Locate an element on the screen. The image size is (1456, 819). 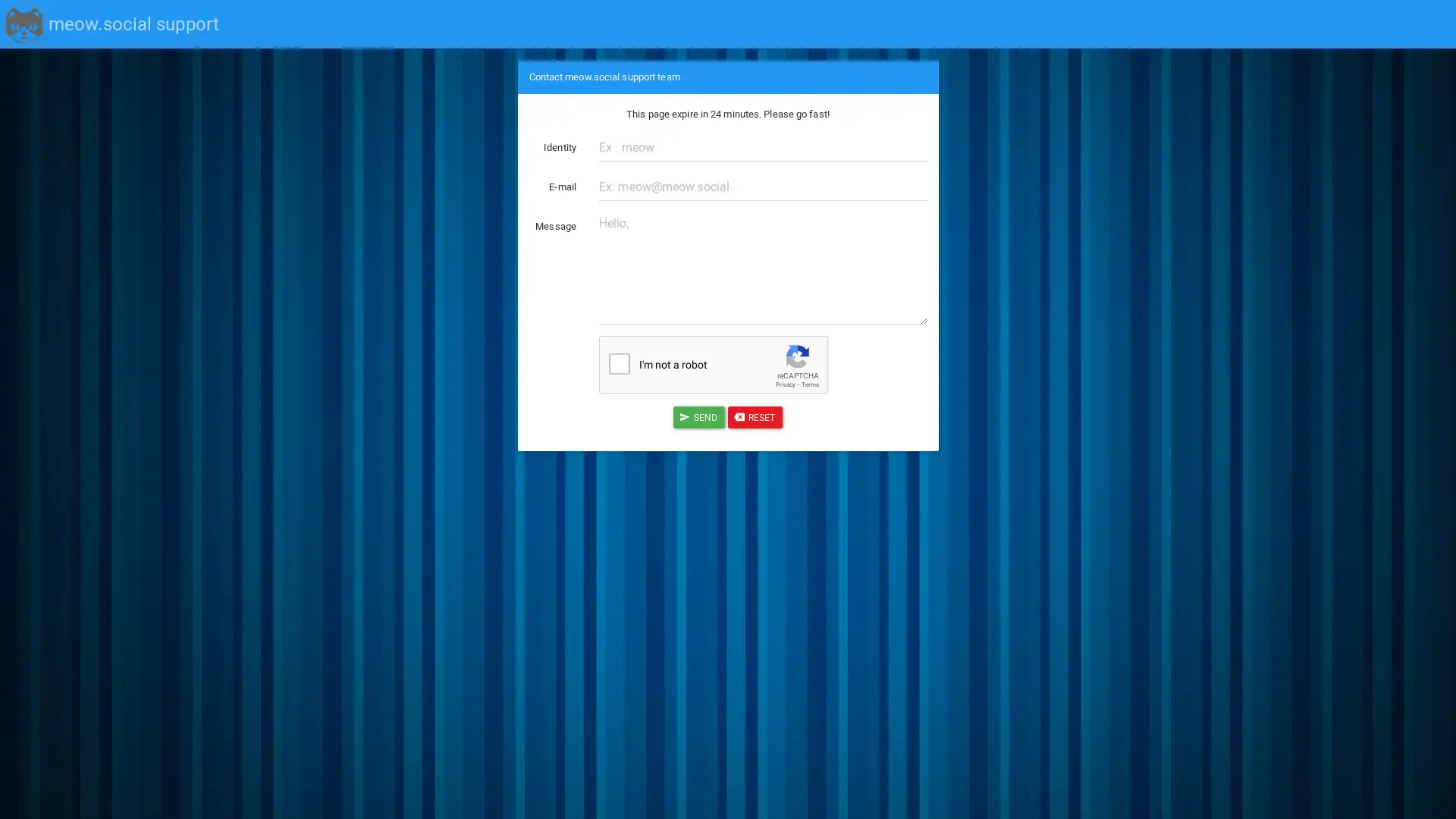
SEND is located at coordinates (698, 416).